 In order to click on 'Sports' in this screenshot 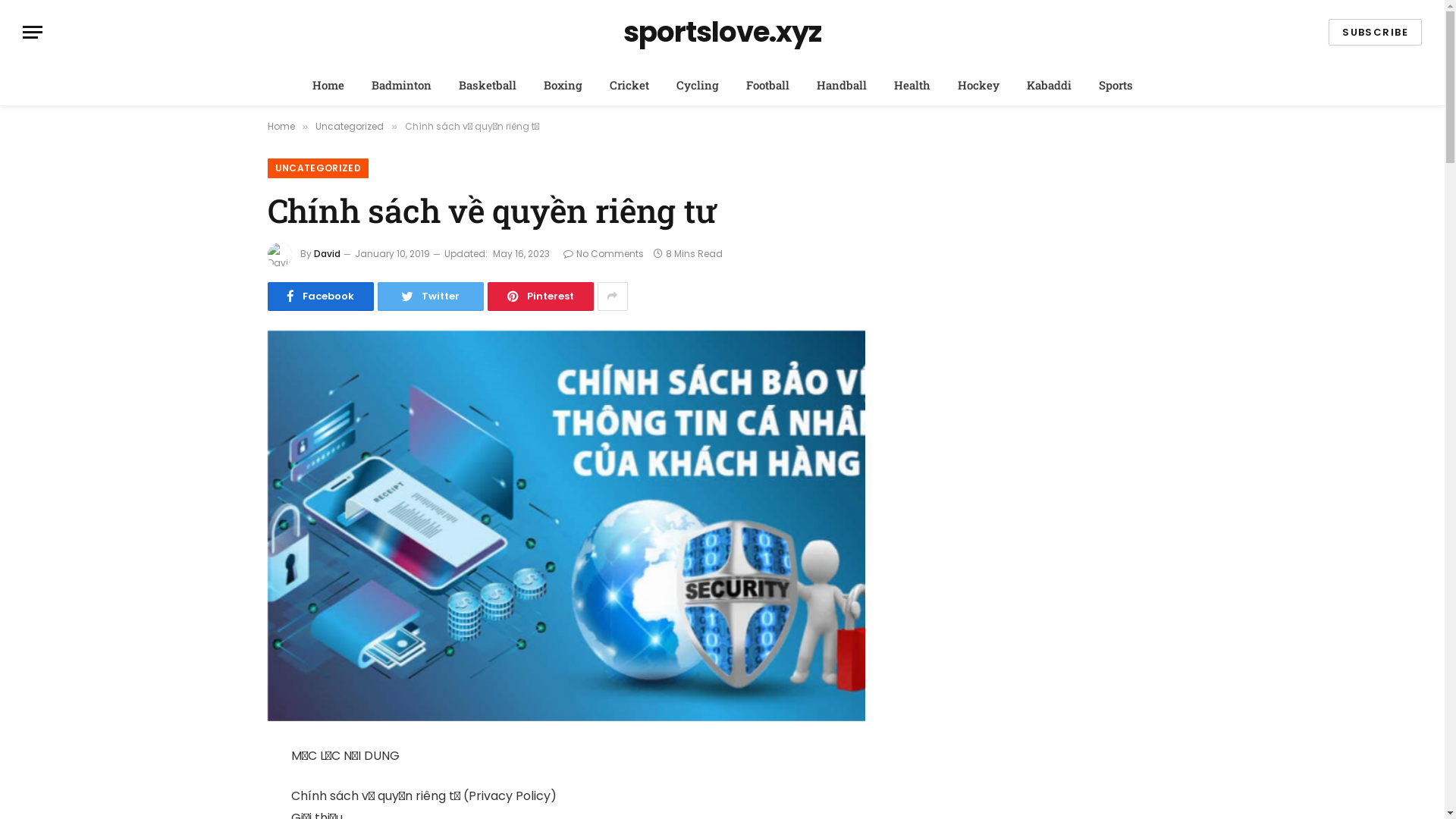, I will do `click(1115, 84)`.